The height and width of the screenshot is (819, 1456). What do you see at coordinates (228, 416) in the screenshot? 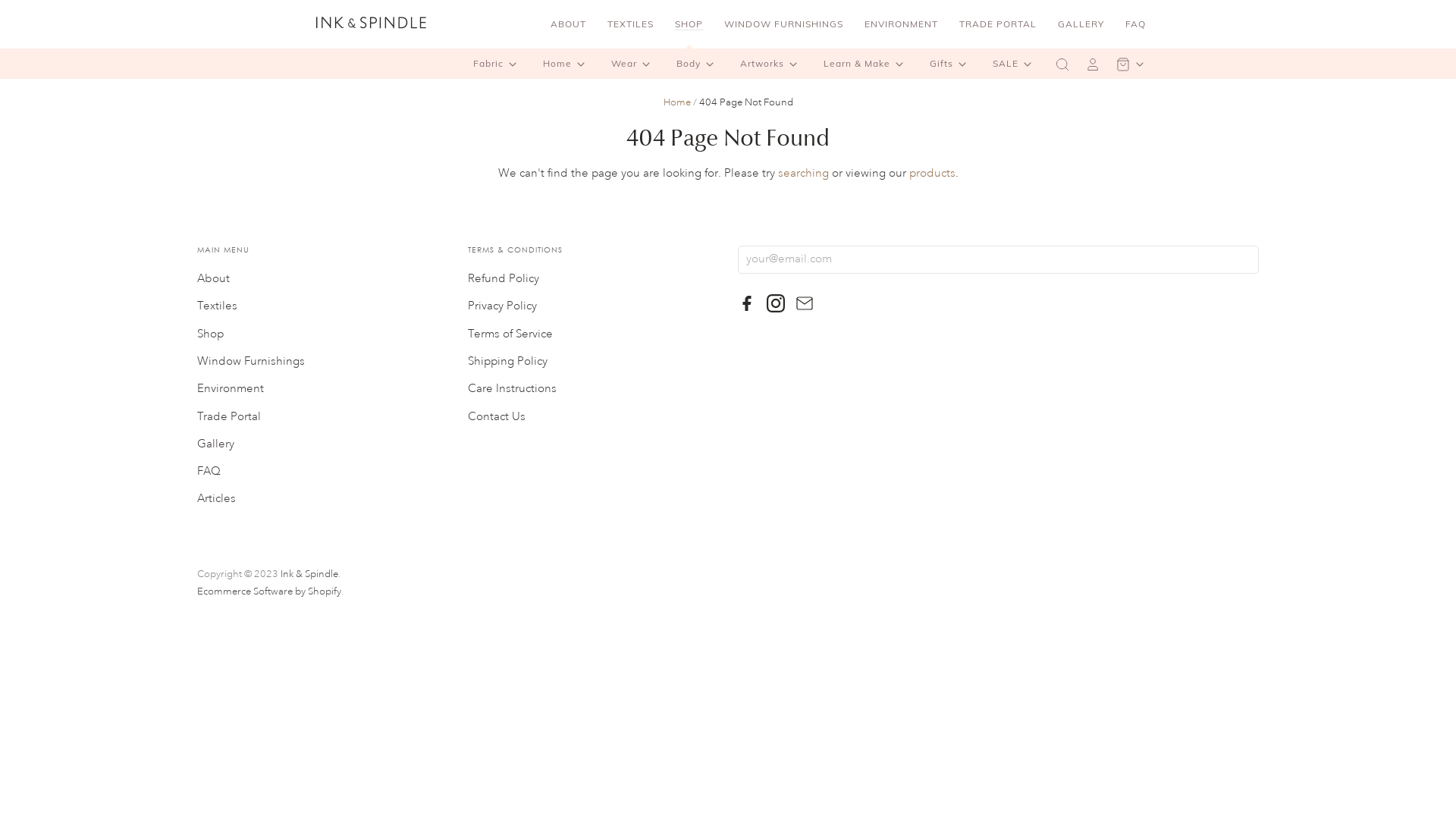
I see `'Trade Portal'` at bounding box center [228, 416].